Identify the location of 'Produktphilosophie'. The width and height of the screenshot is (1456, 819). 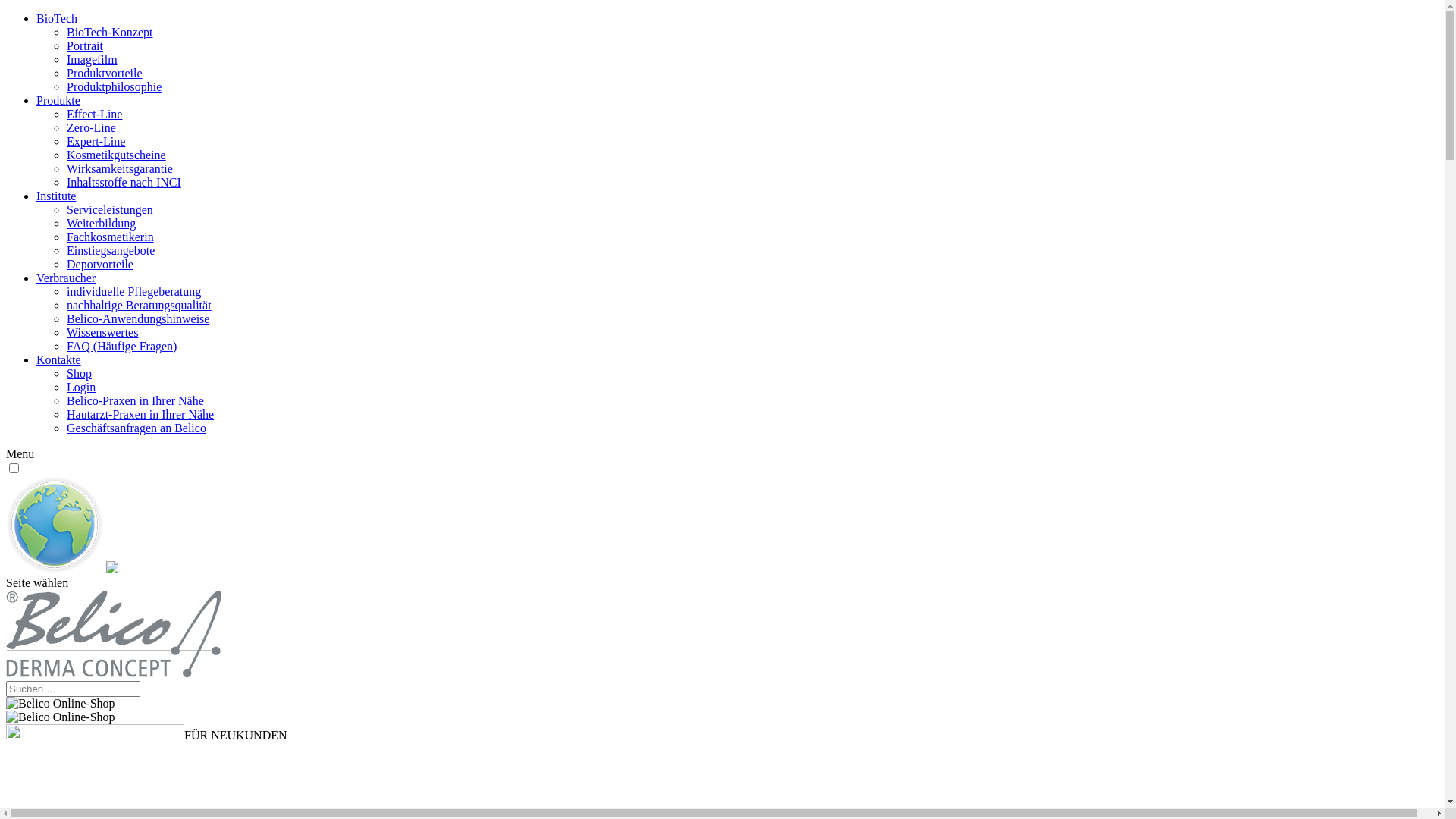
(113, 86).